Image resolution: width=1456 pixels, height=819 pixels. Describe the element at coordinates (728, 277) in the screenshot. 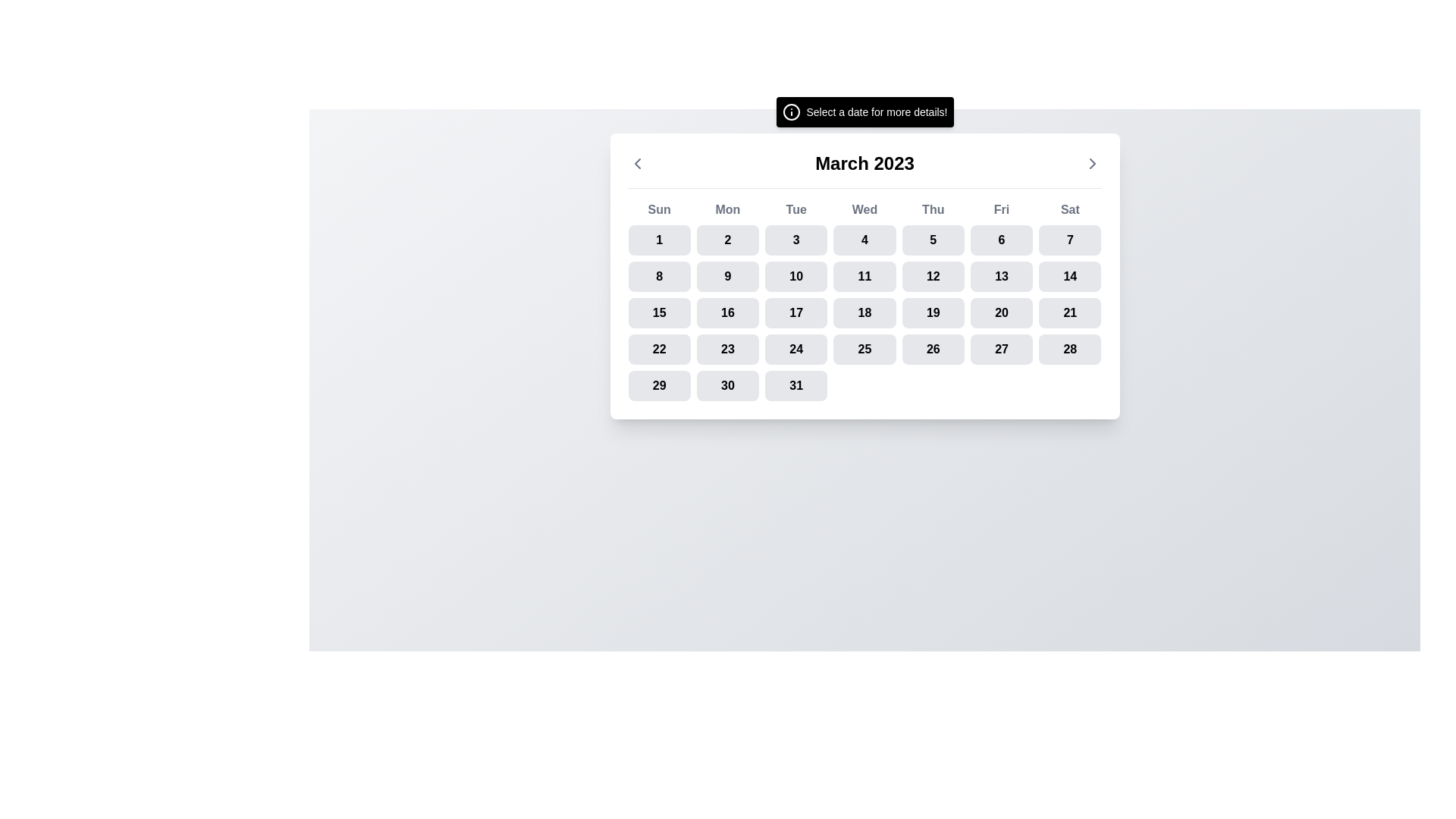

I see `the rectangular button displaying the number '9' in the calendar grid` at that location.